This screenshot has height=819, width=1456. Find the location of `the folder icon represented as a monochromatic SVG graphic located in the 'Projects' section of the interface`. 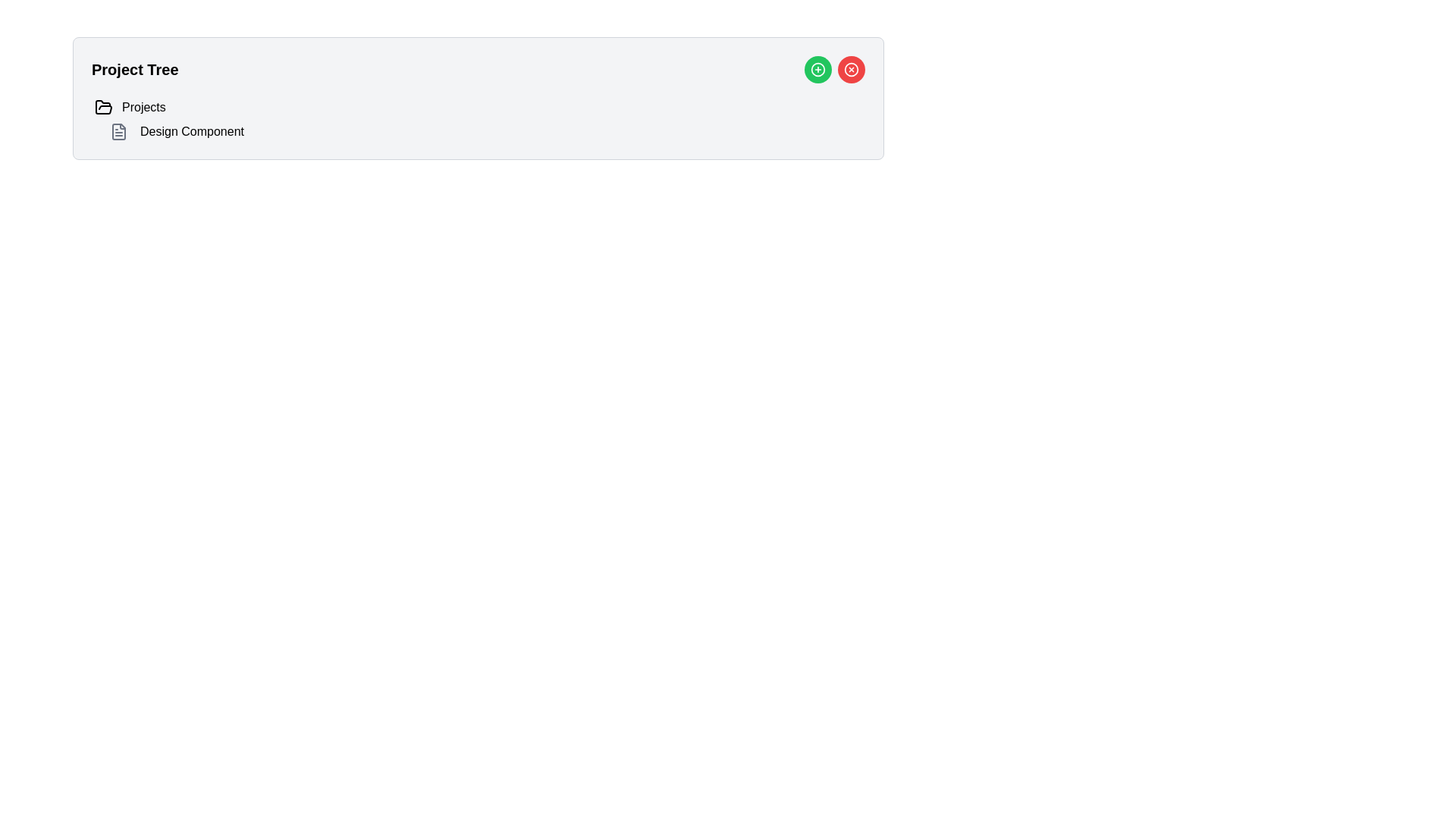

the folder icon represented as a monochromatic SVG graphic located in the 'Projects' section of the interface is located at coordinates (103, 106).